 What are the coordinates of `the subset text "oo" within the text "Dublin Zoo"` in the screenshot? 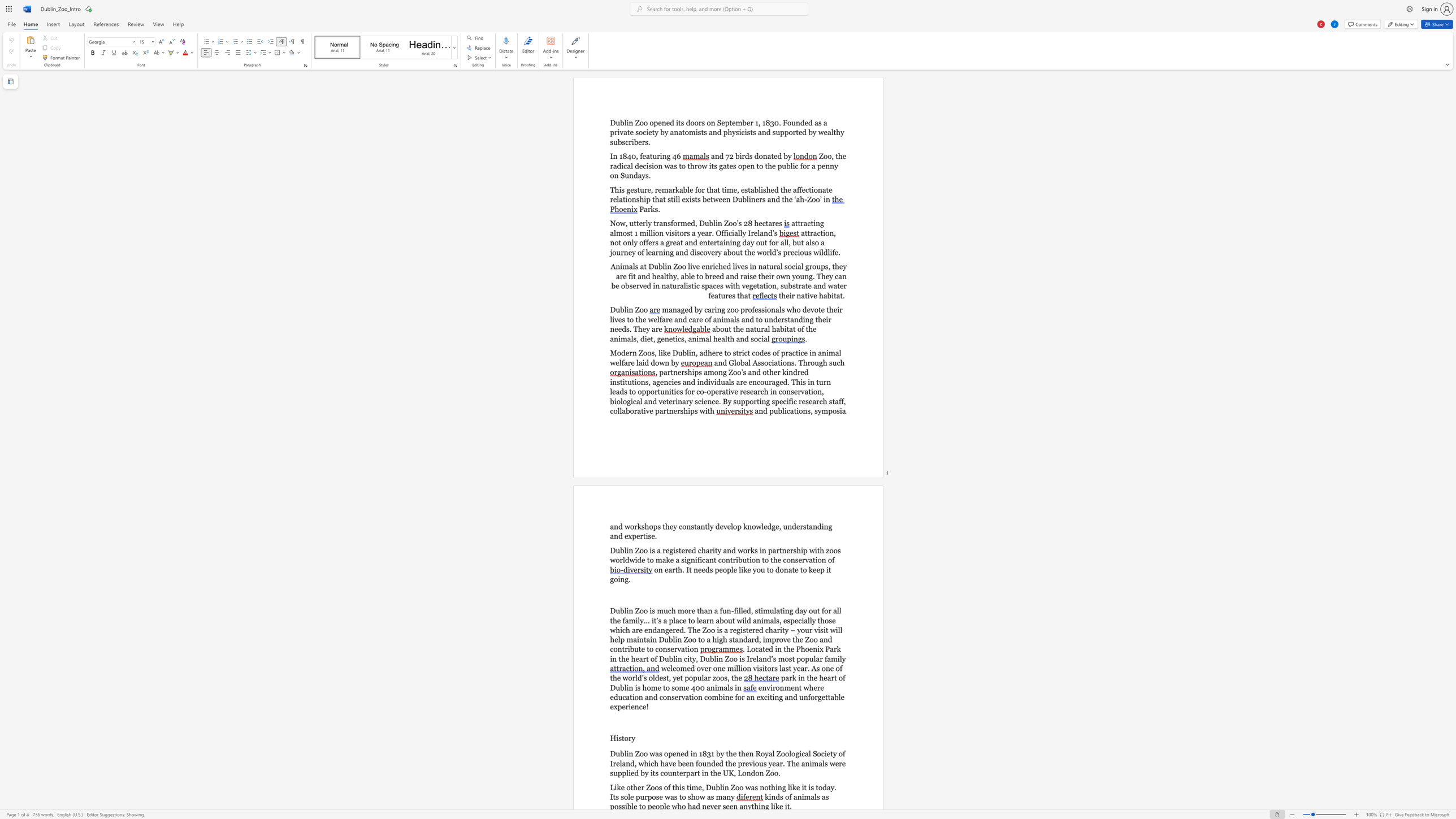 It's located at (639, 309).